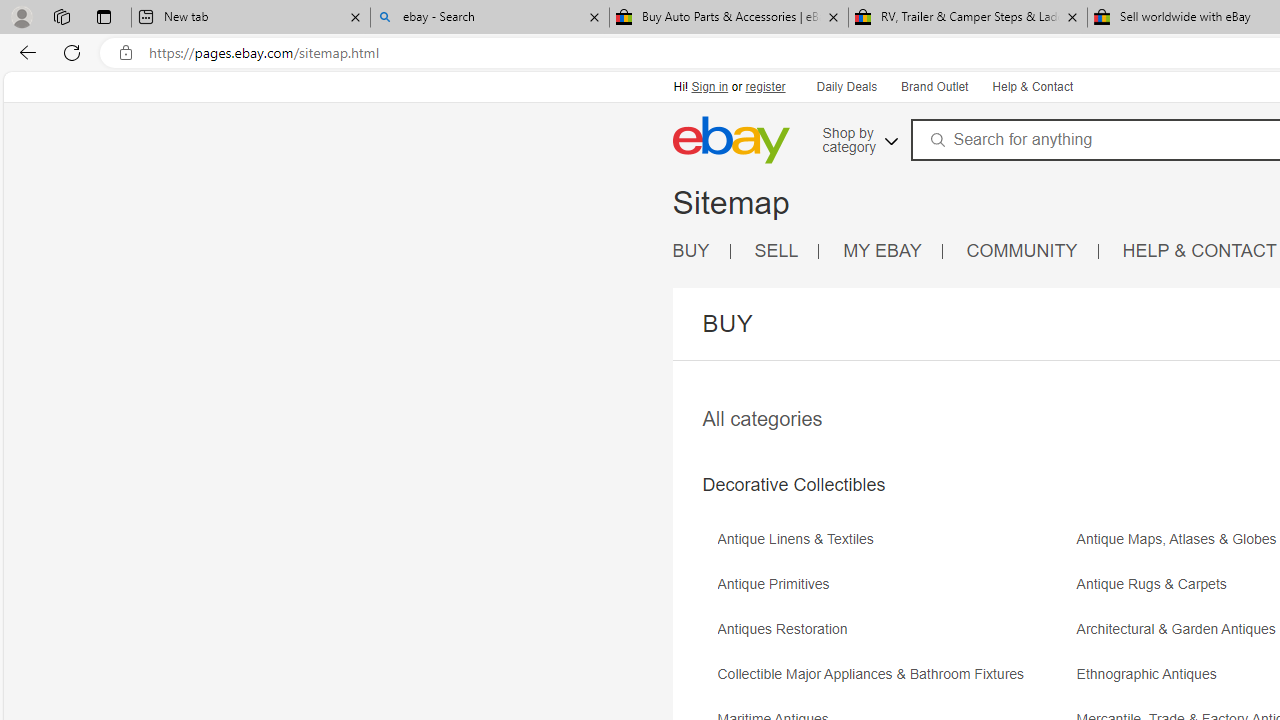 Image resolution: width=1280 pixels, height=720 pixels. I want to click on 'BUY', so click(691, 249).